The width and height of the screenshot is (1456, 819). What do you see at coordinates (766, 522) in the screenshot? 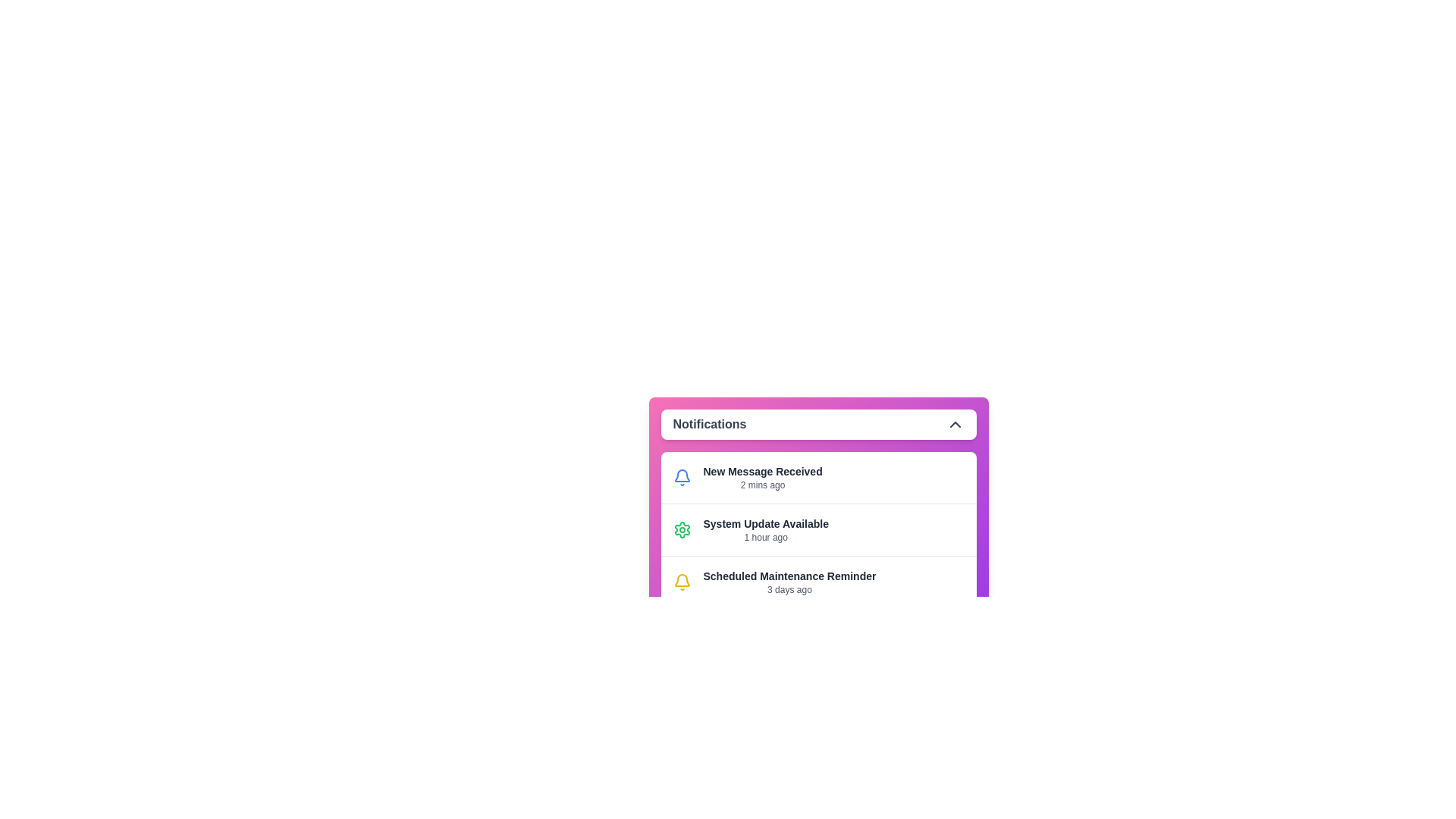
I see `text content of the 'System Update Available' notification, which is displayed in bold within a purple-themed notification panel` at bounding box center [766, 522].